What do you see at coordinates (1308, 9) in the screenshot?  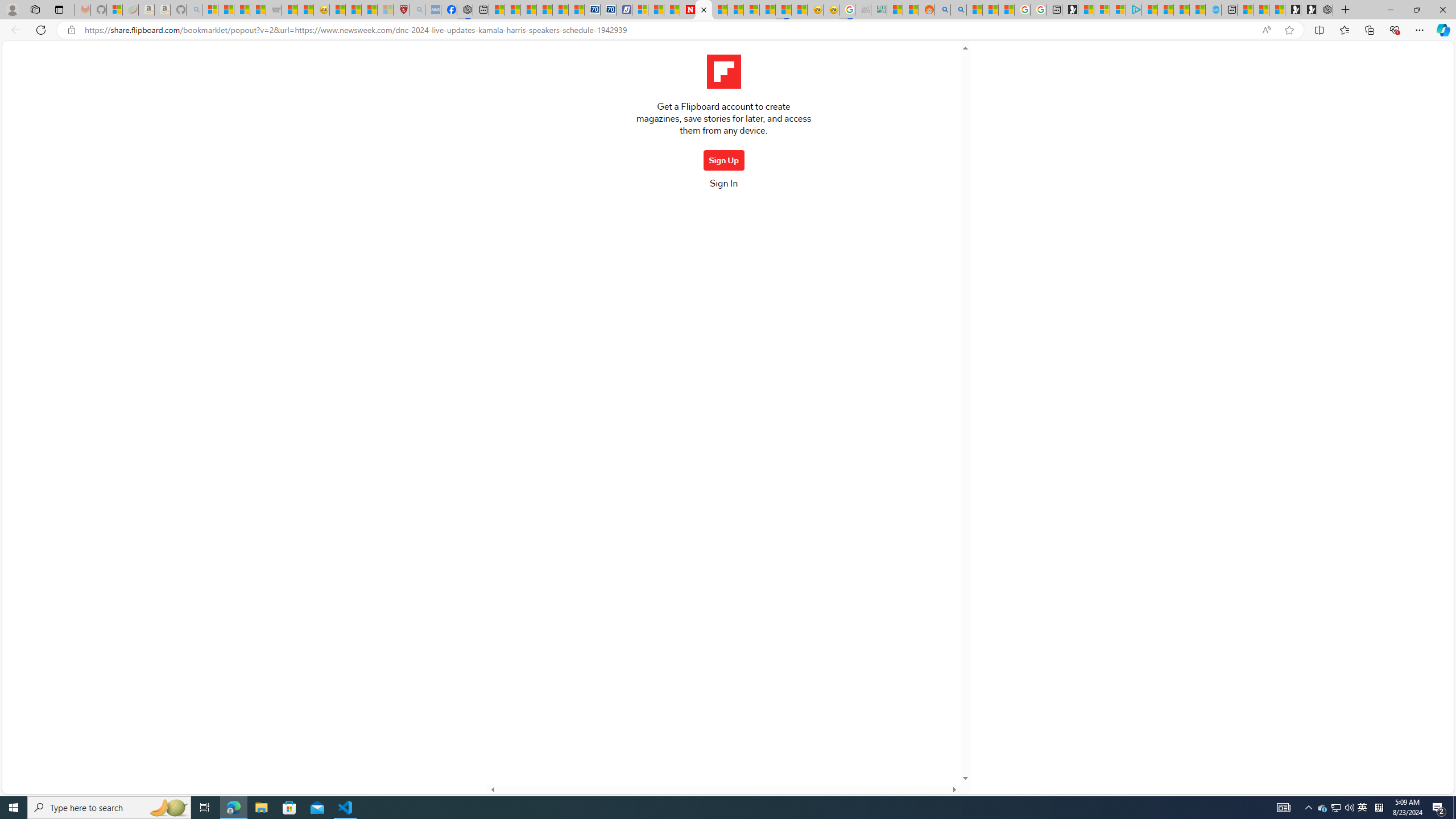 I see `'Play Free Online Games | Games from Microsoft Start'` at bounding box center [1308, 9].